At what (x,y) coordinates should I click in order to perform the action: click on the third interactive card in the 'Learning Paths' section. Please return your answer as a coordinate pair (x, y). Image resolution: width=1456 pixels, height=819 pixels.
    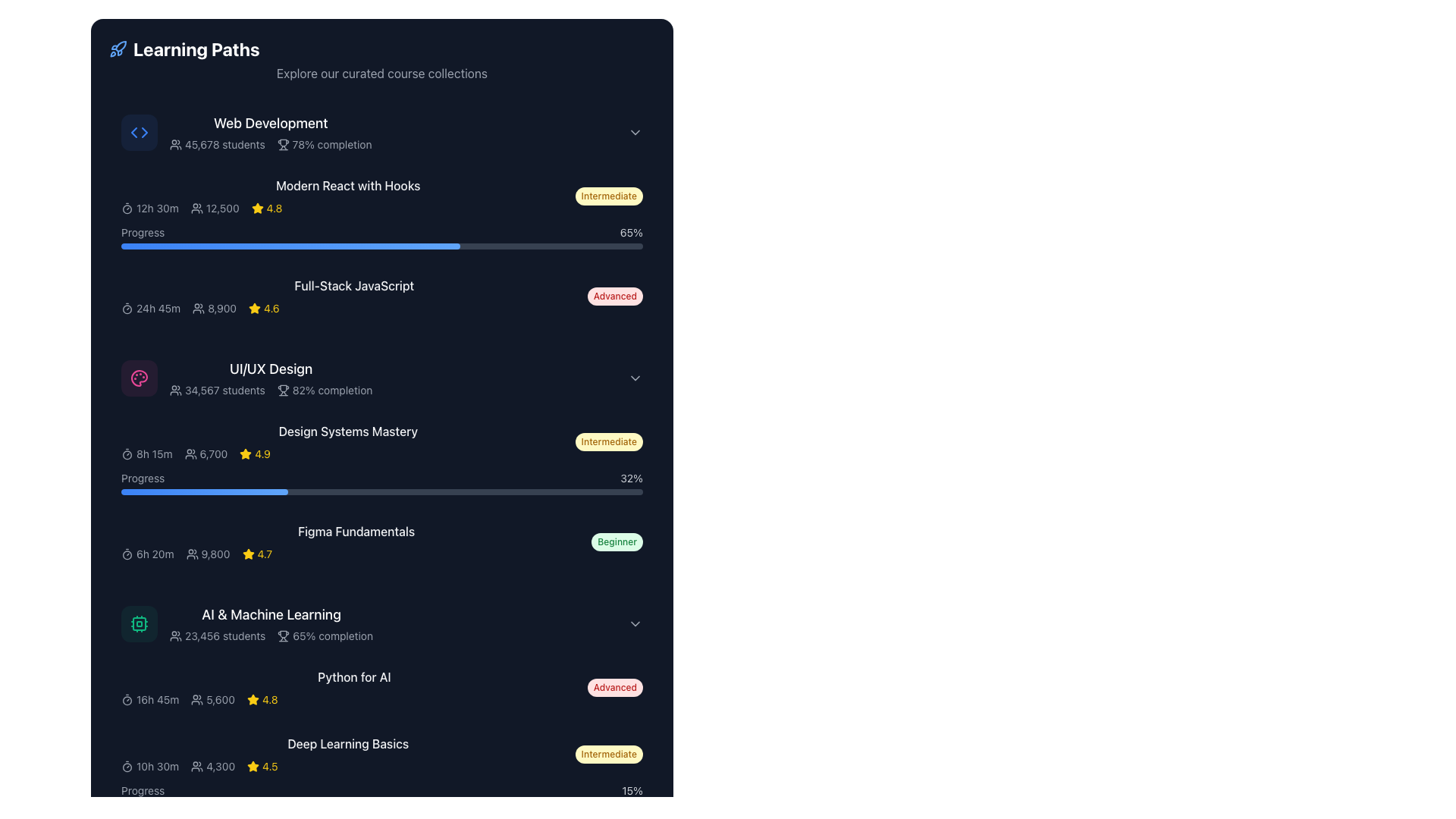
    Looking at the image, I should click on (382, 377).